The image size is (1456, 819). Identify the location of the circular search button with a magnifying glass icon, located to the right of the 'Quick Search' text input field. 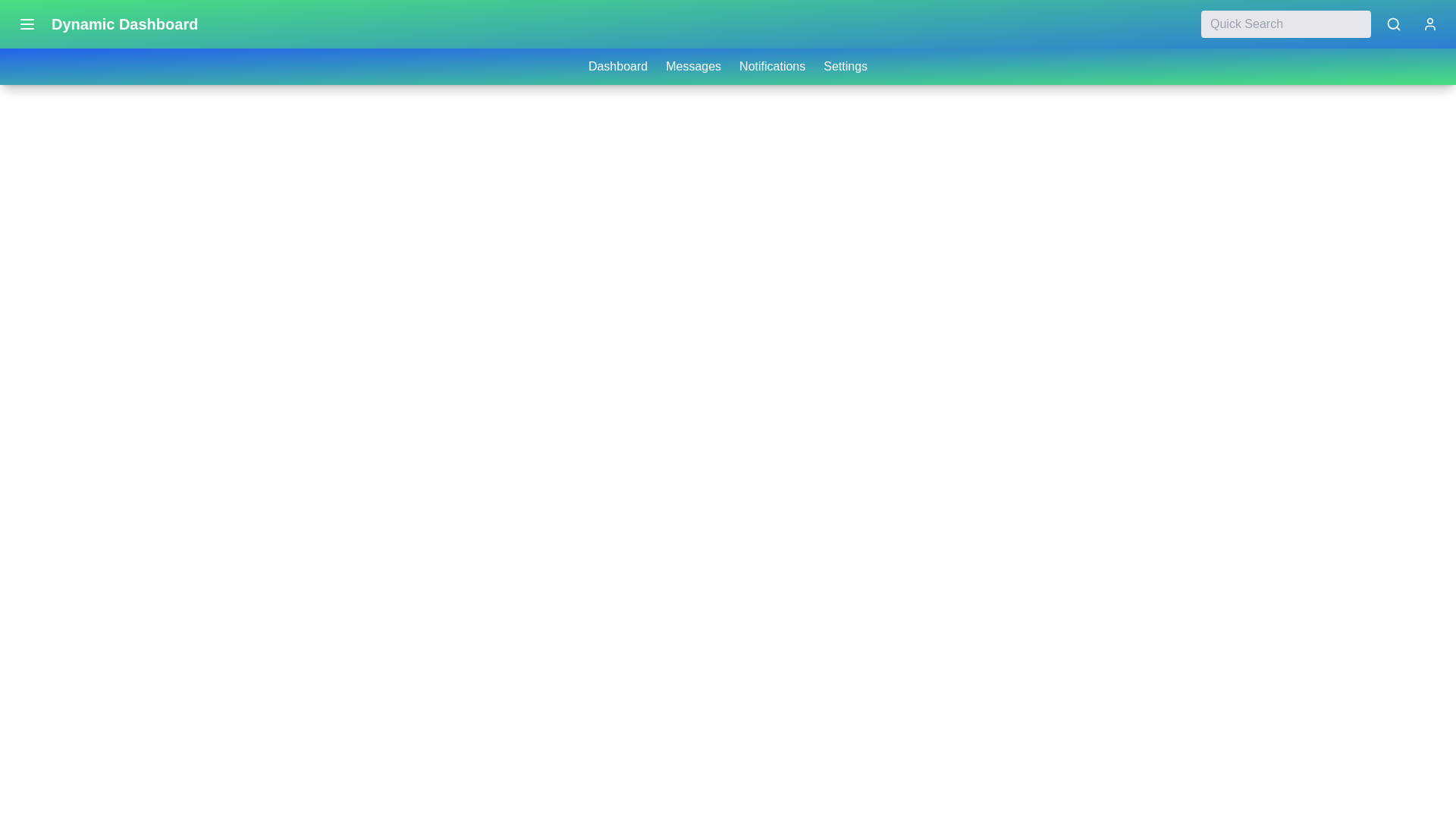
(1394, 24).